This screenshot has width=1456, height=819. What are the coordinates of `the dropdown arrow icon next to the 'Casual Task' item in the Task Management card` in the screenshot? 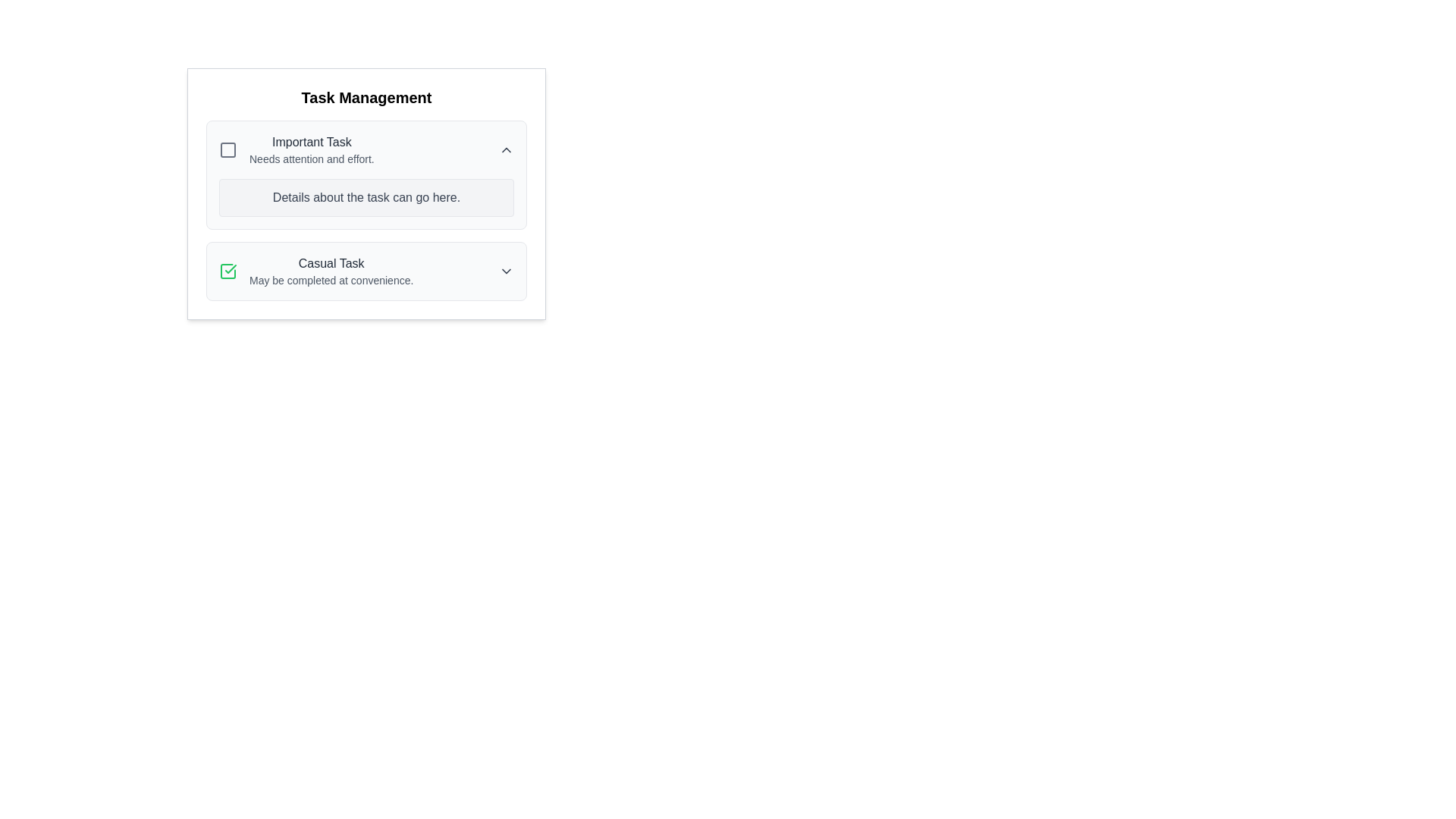 It's located at (366, 271).